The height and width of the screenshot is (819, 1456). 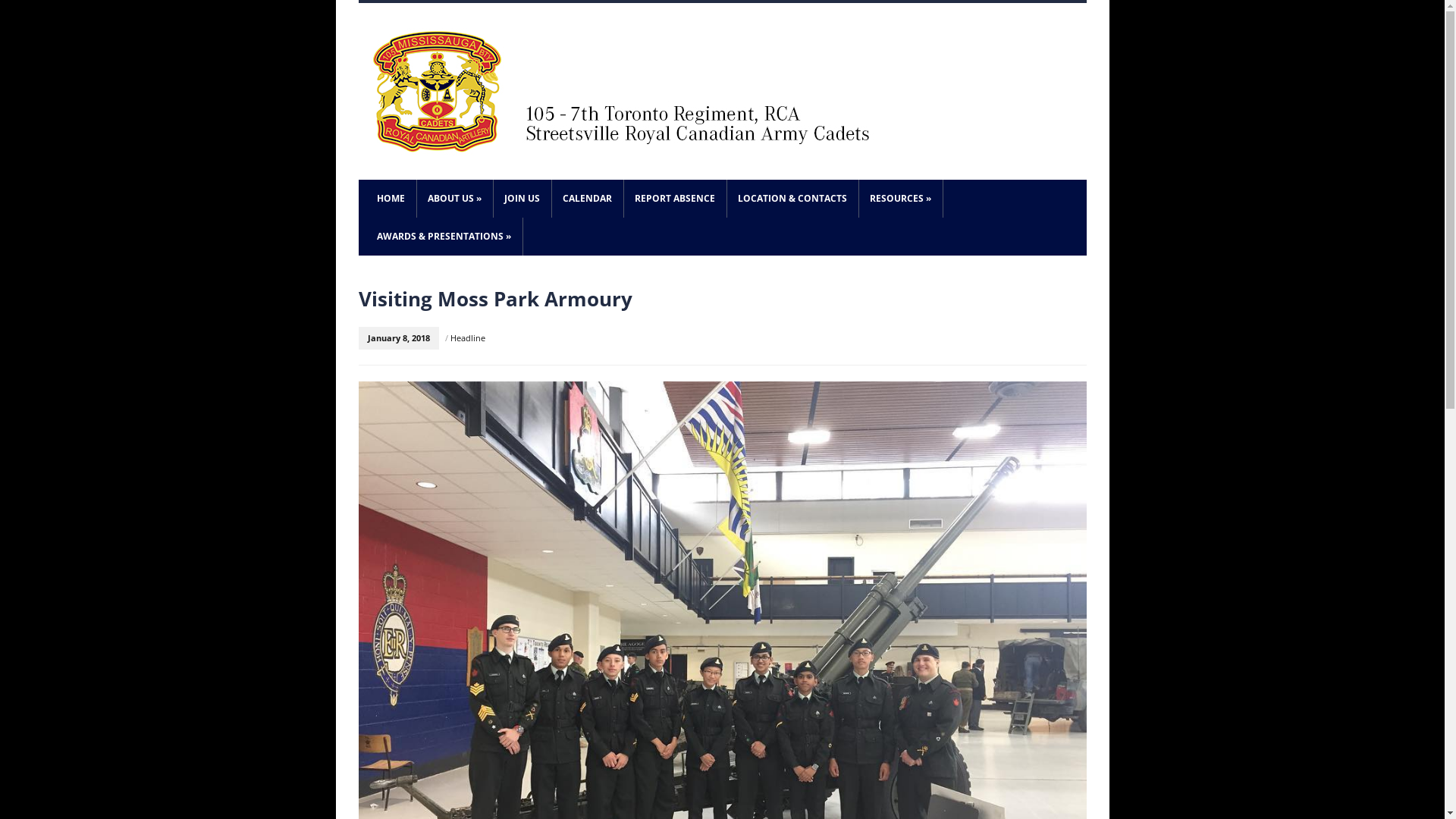 What do you see at coordinates (390, 198) in the screenshot?
I see `'HOME'` at bounding box center [390, 198].